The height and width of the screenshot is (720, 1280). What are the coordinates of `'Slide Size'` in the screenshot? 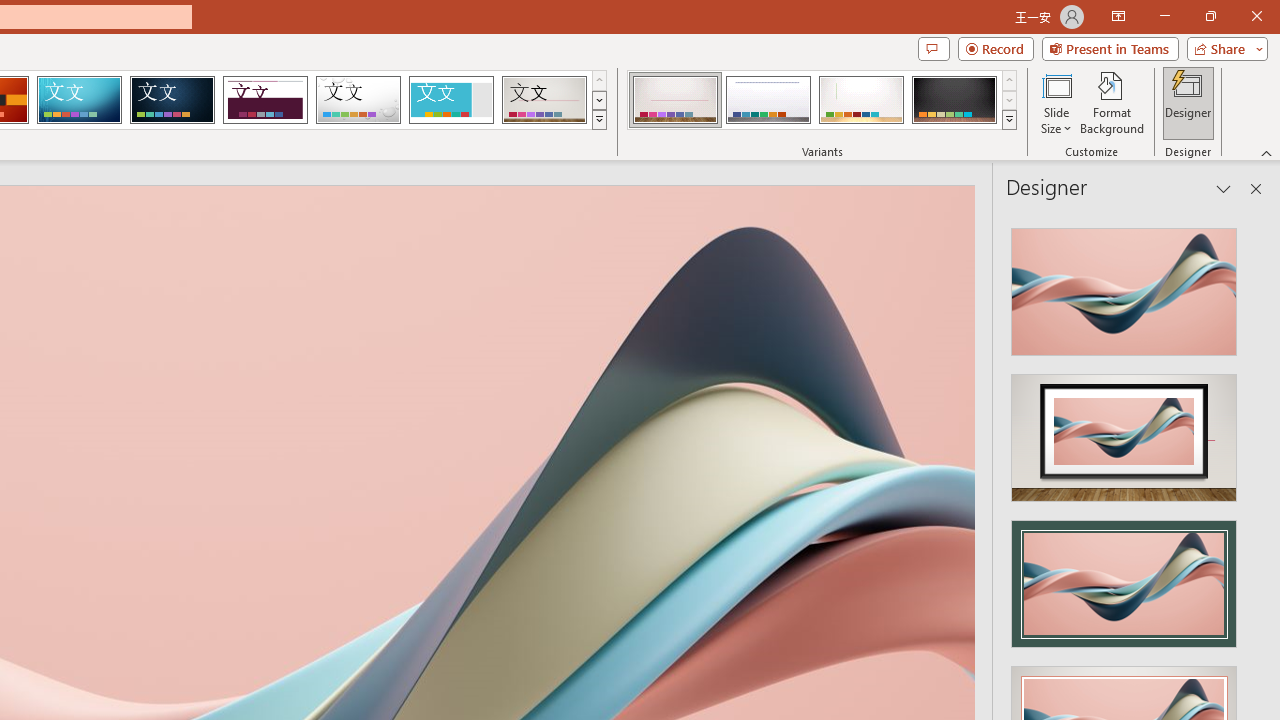 It's located at (1055, 103).